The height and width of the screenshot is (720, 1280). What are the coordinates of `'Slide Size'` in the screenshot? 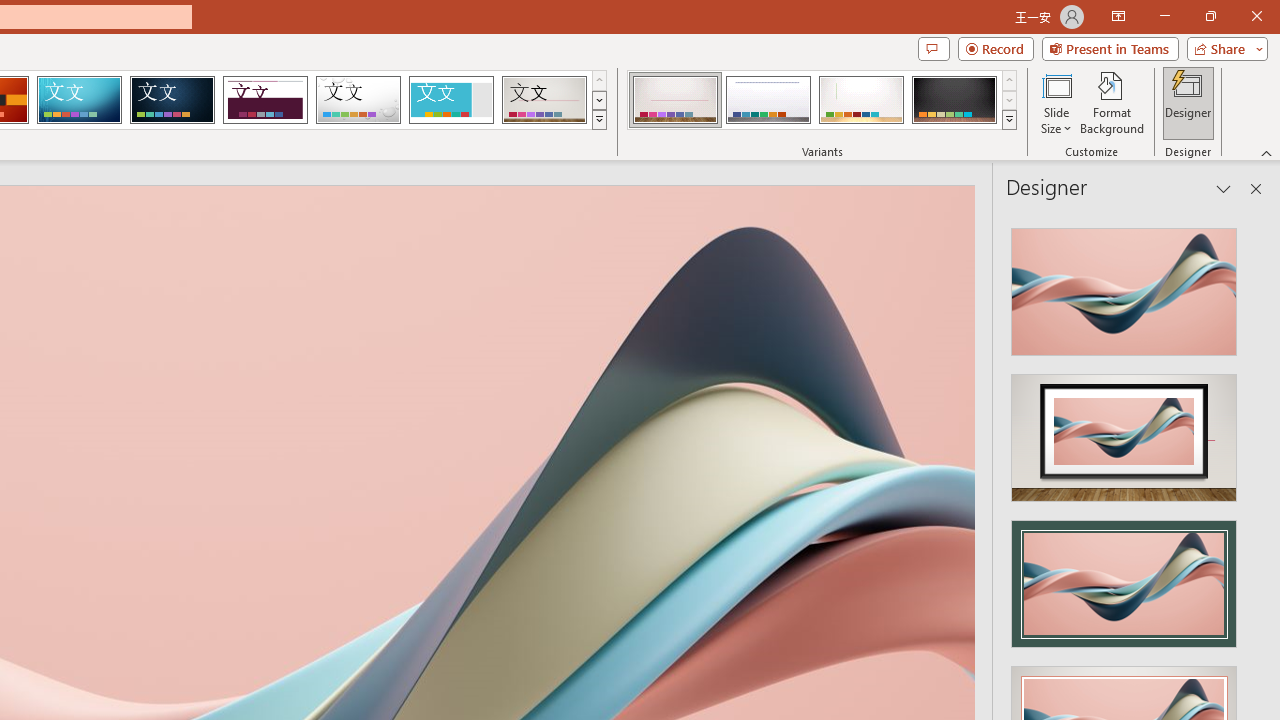 It's located at (1055, 103).